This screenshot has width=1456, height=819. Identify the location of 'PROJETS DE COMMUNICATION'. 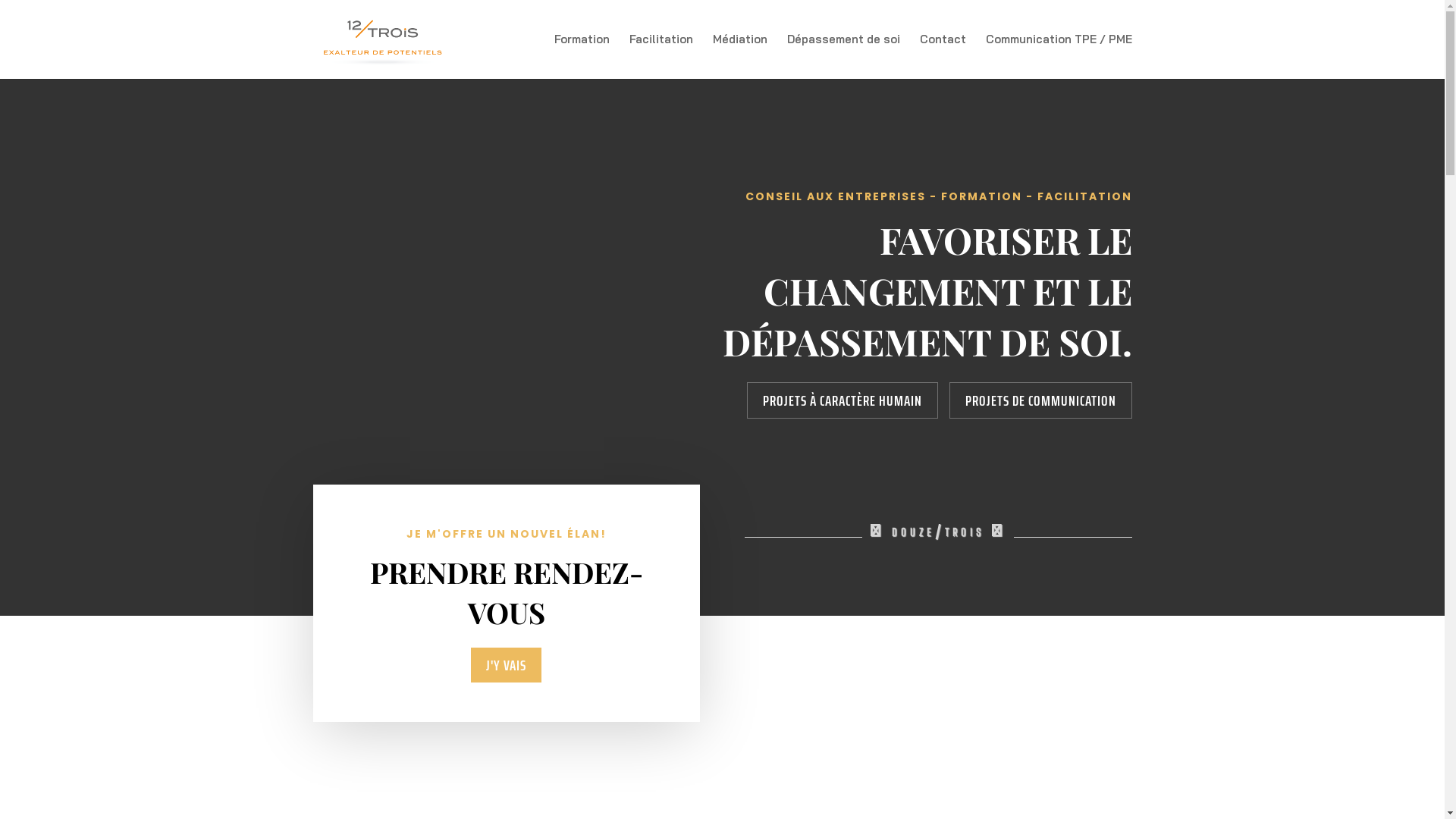
(1040, 400).